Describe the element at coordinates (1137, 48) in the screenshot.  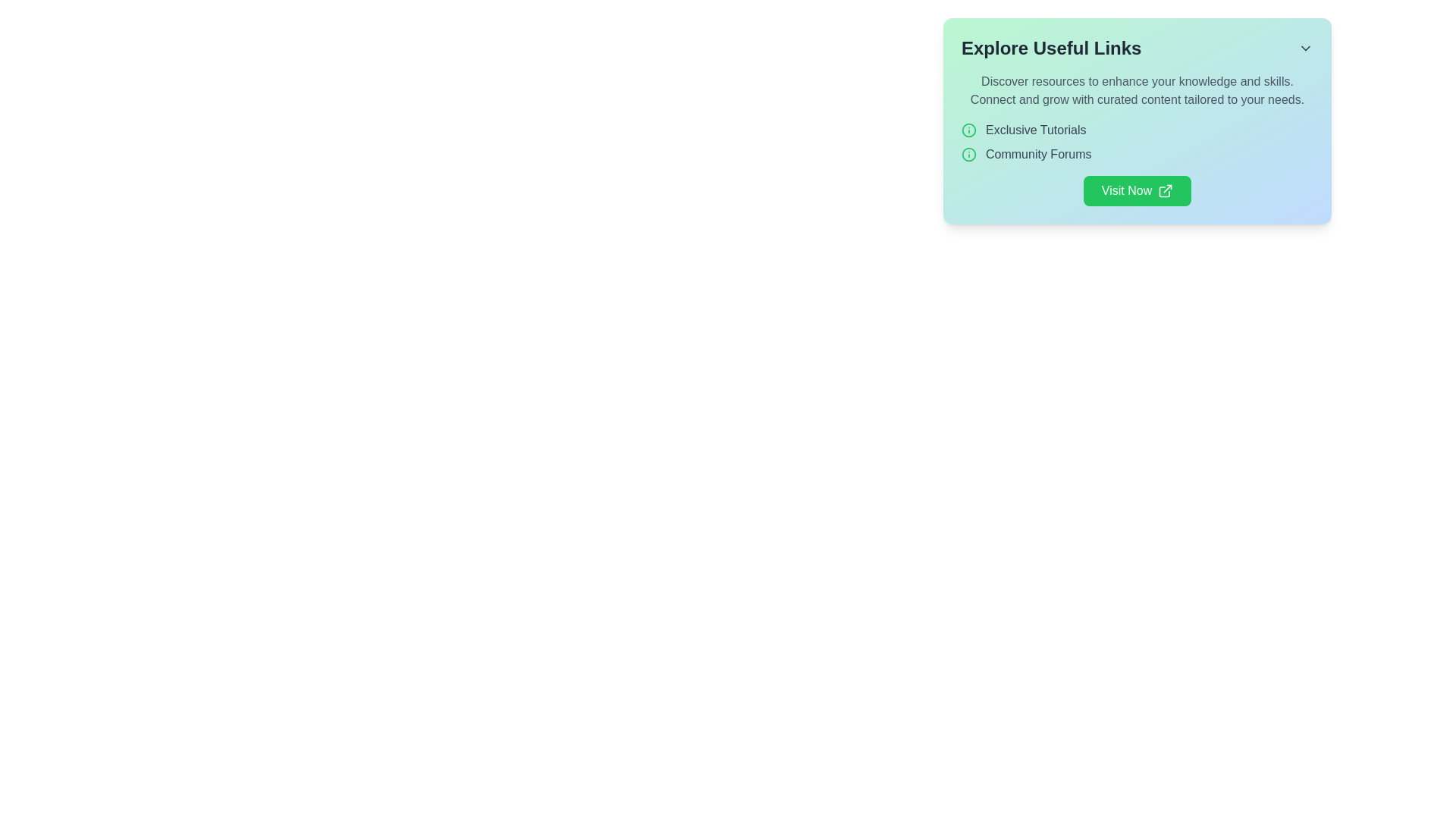
I see `the 'Explore Useful Links' dropdown title header` at that location.